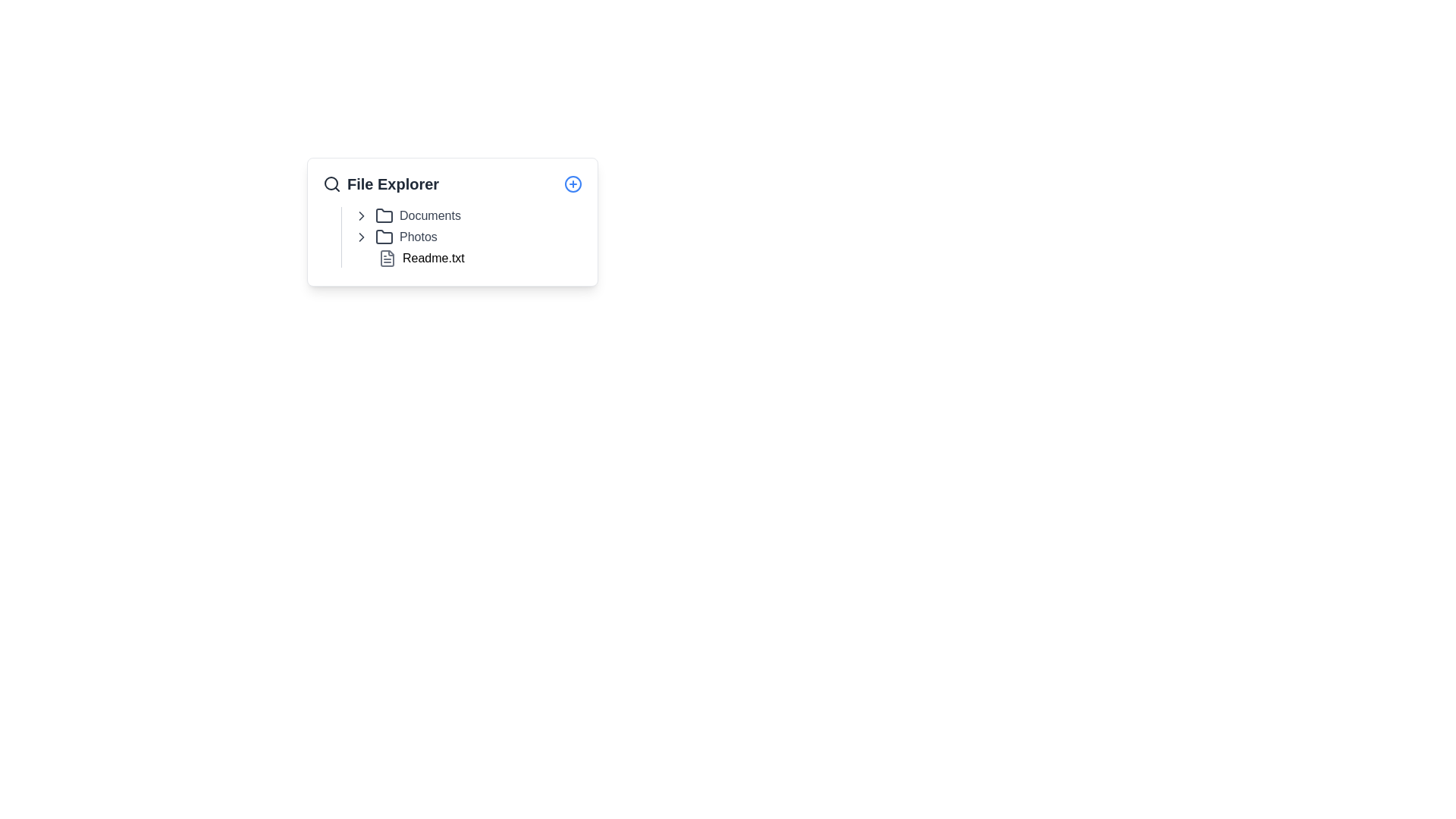  Describe the element at coordinates (381, 184) in the screenshot. I see `the 'File Explorer' label, which is bold and gray, located in the header section next to a magnifying glass icon` at that location.